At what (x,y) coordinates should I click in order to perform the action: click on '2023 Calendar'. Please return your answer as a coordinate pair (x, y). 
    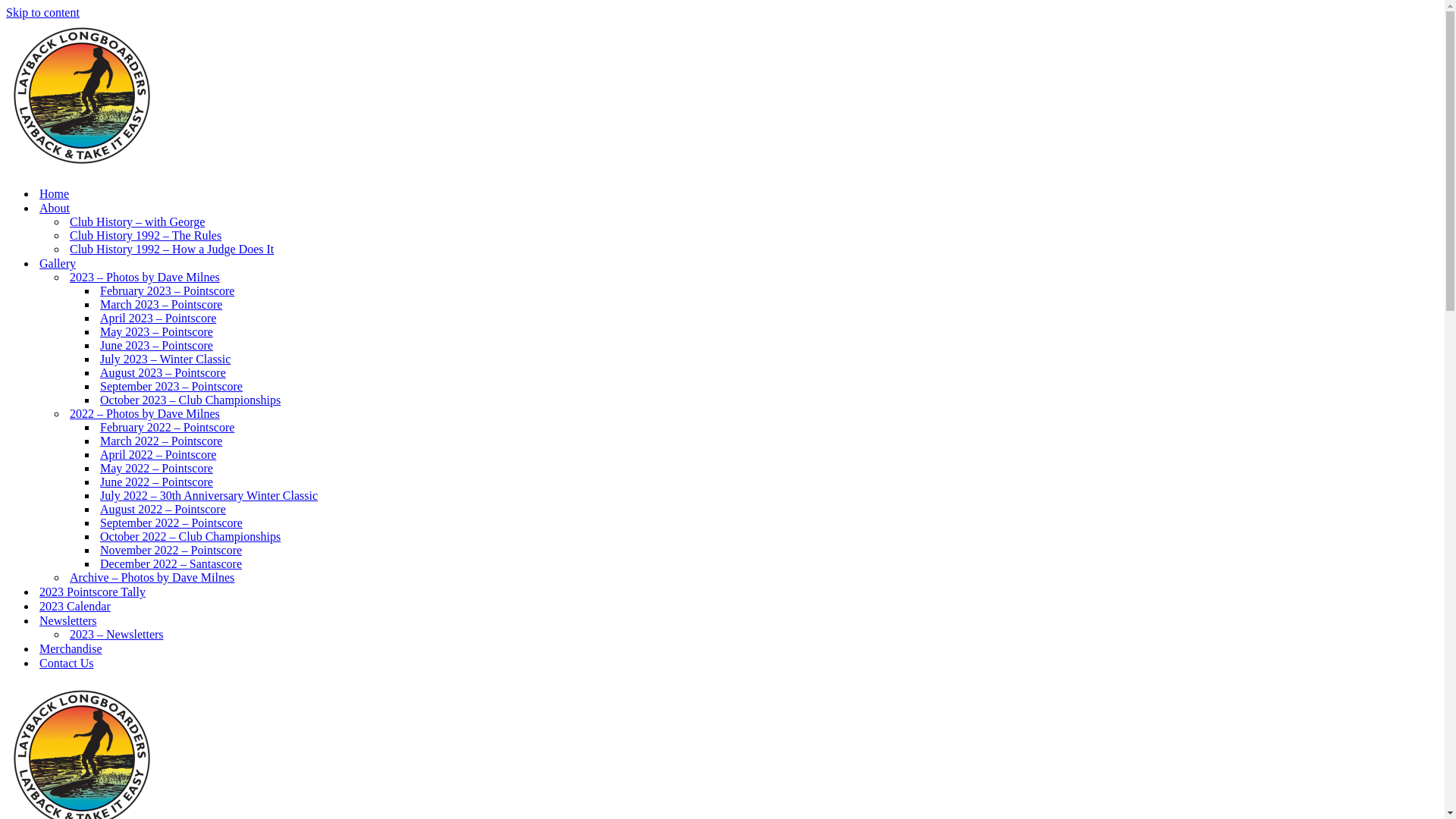
    Looking at the image, I should click on (74, 605).